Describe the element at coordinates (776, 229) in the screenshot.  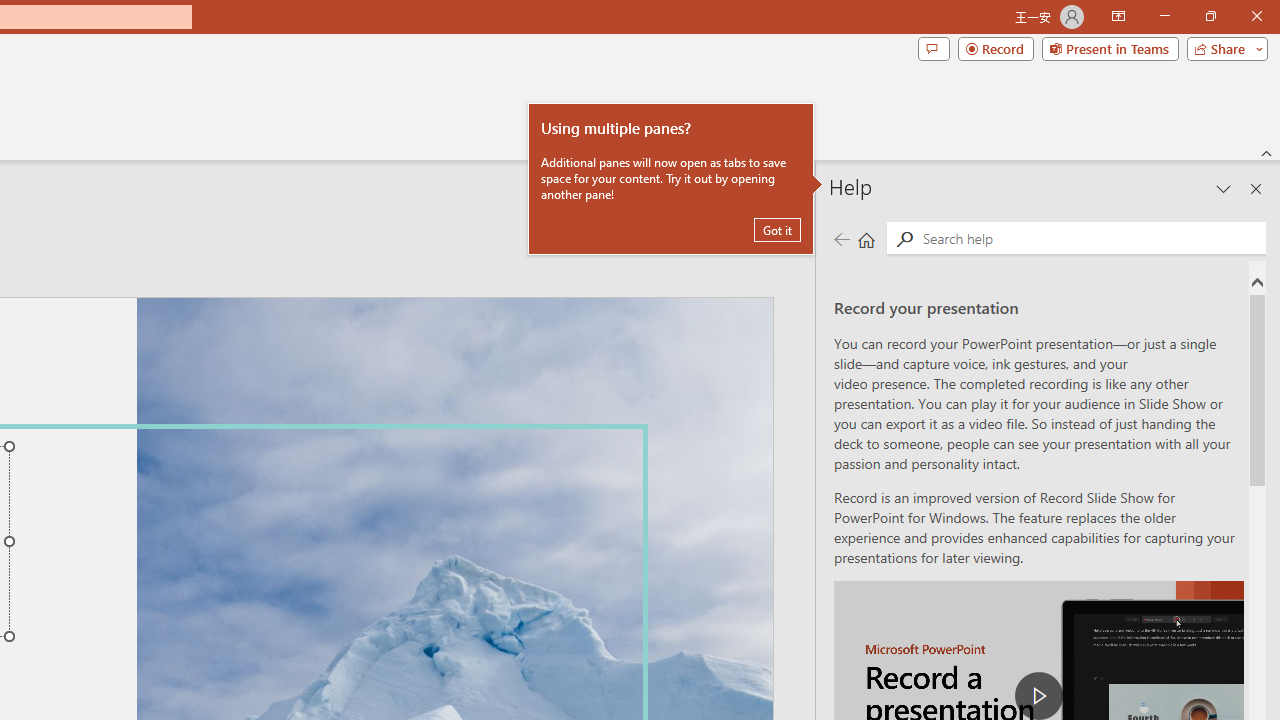
I see `'Got it'` at that location.